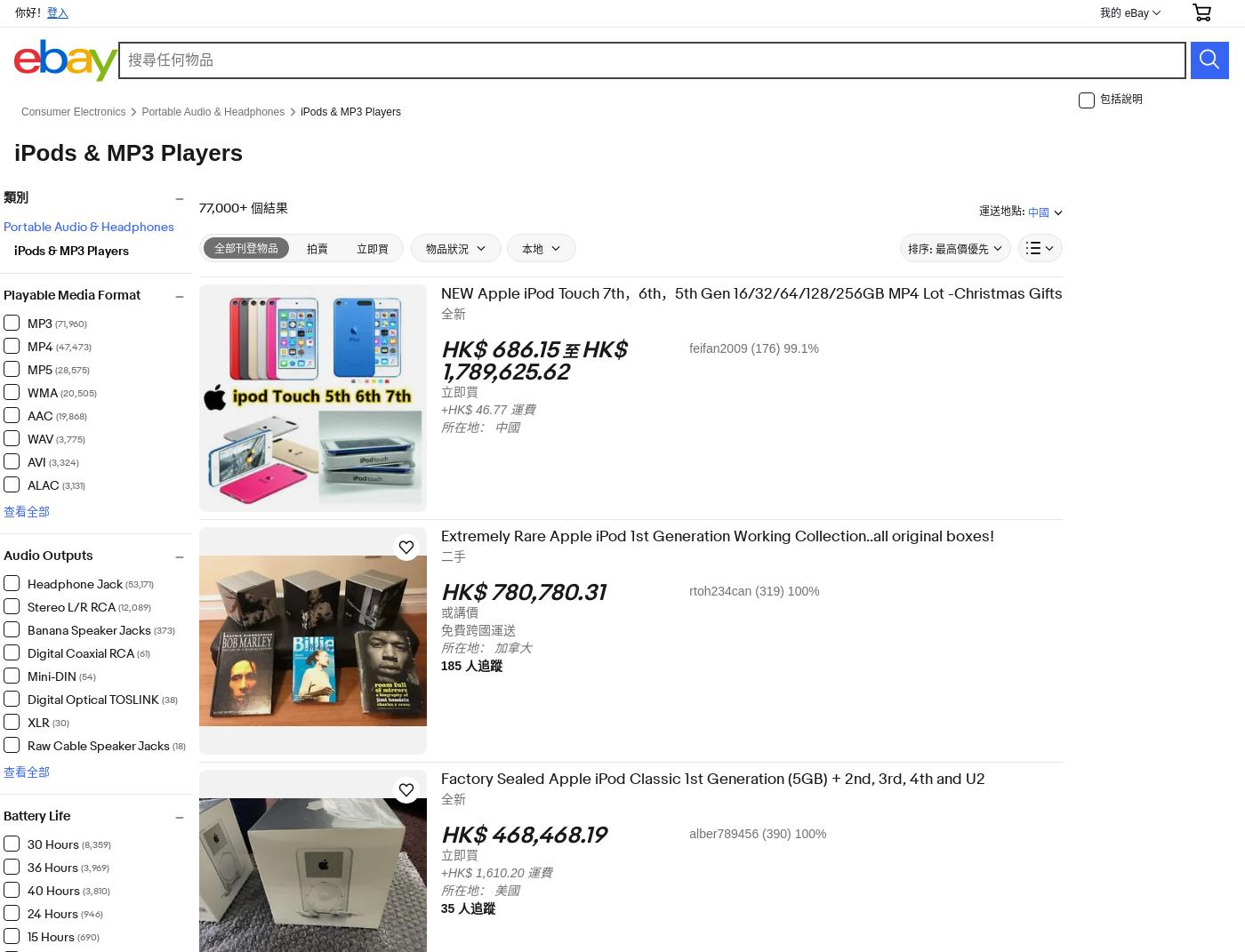  What do you see at coordinates (766, 348) in the screenshot?
I see `'feifan2009 (176) 99.1%'` at bounding box center [766, 348].